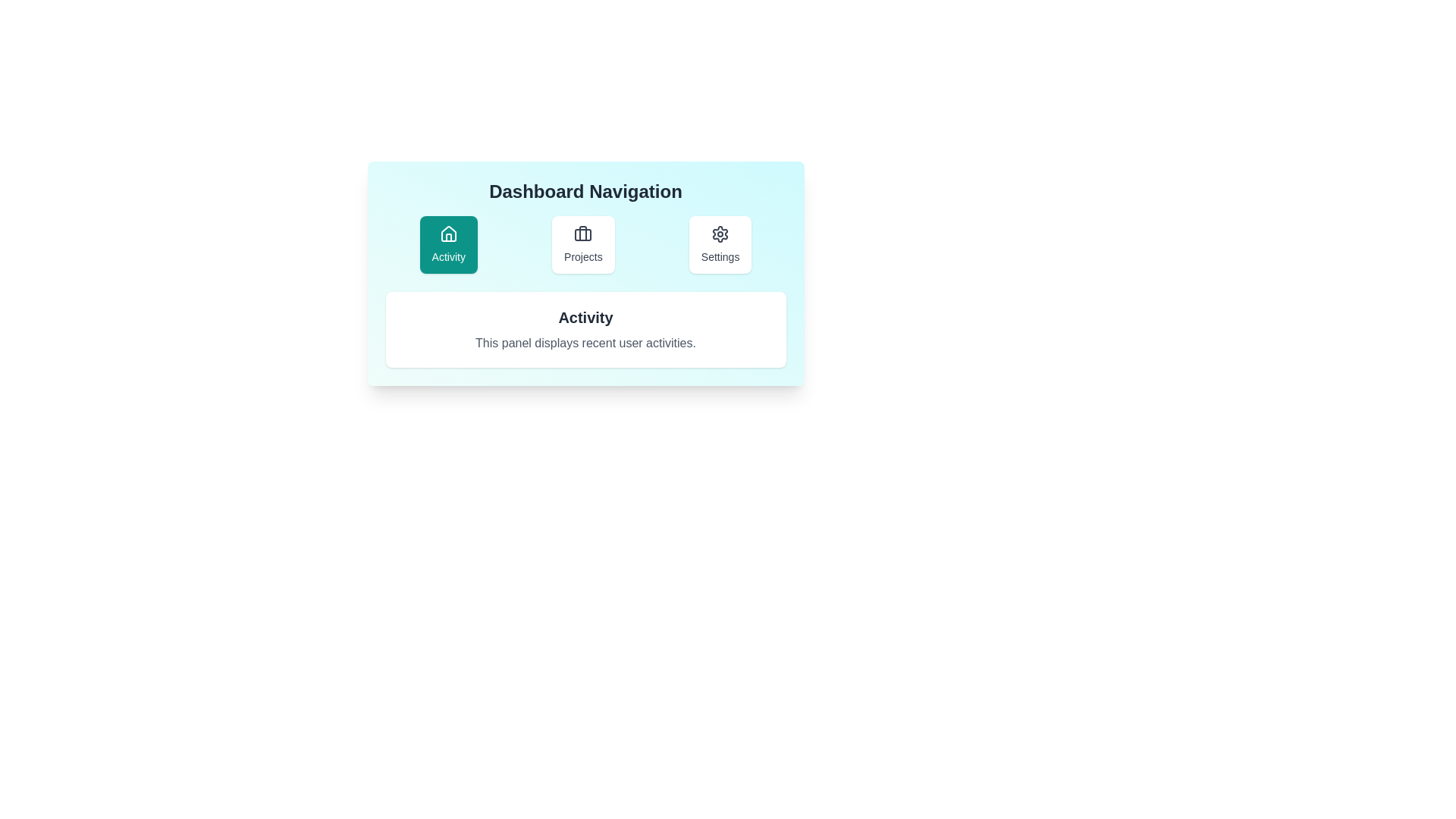 The height and width of the screenshot is (819, 1456). I want to click on the 'Projects' button, which features an icon that symbolizes project management functionalities, so click(582, 234).